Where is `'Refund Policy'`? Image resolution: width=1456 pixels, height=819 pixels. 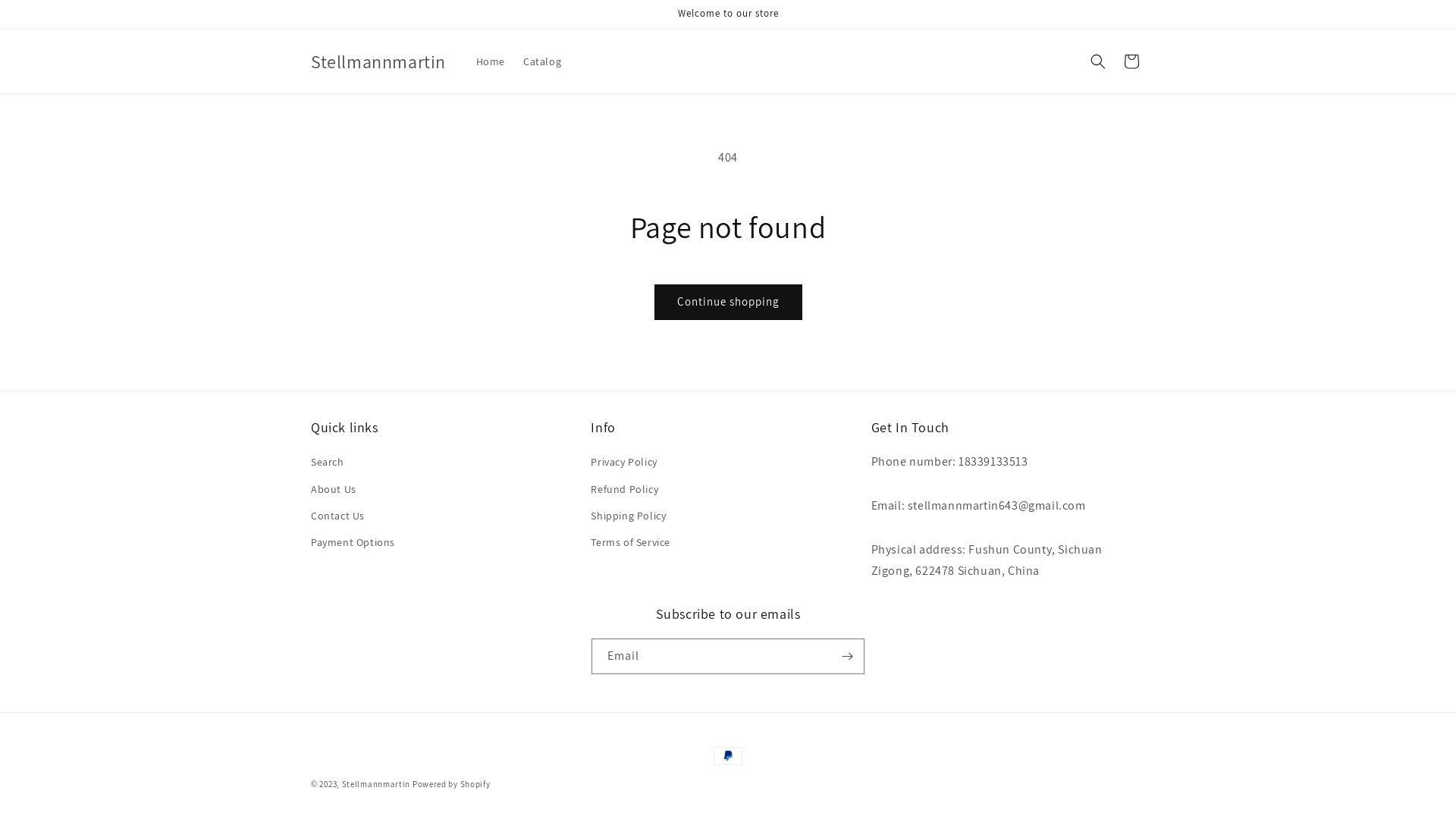
'Refund Policy' is located at coordinates (624, 489).